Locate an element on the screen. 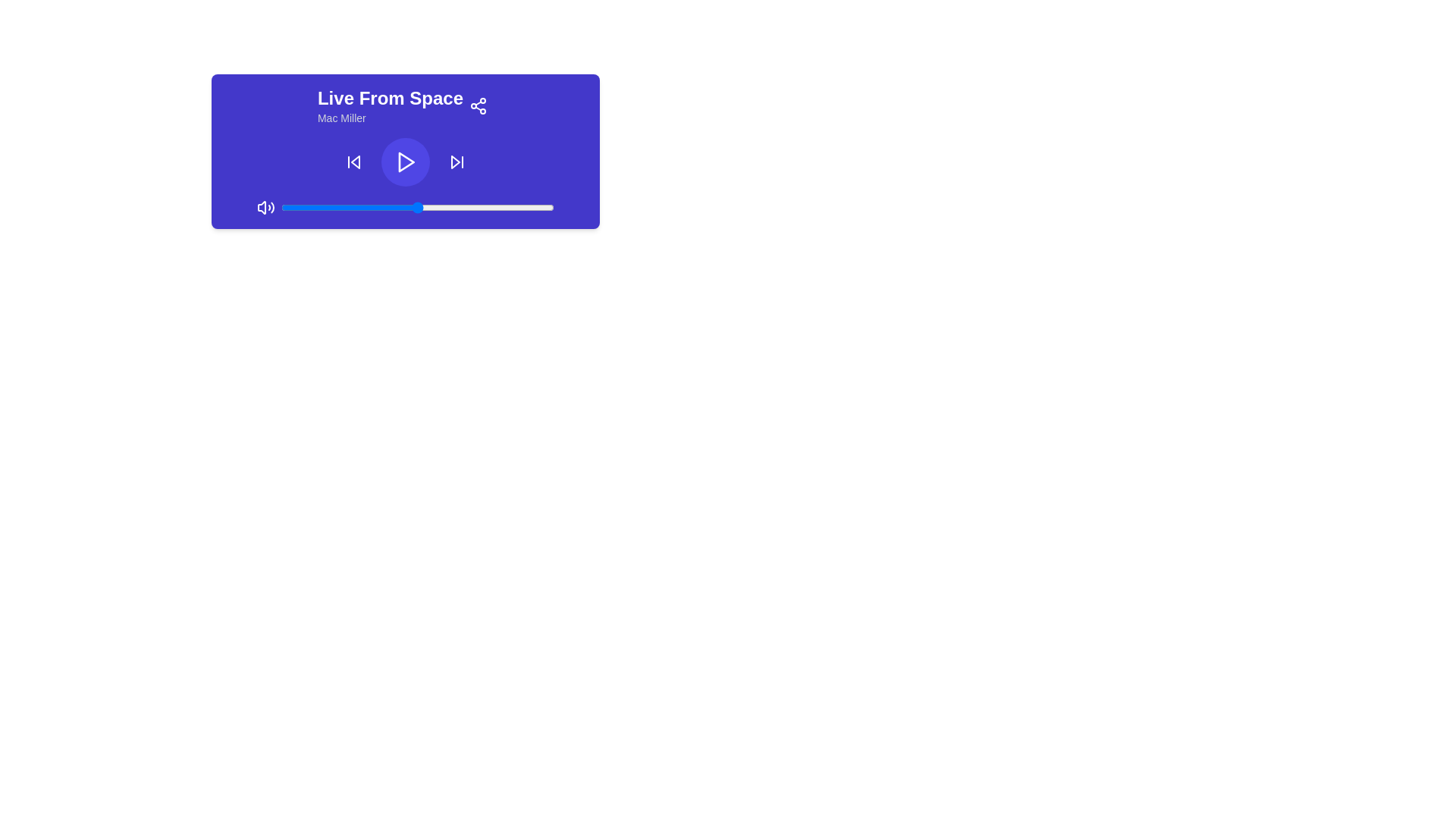  the slider value is located at coordinates (377, 207).